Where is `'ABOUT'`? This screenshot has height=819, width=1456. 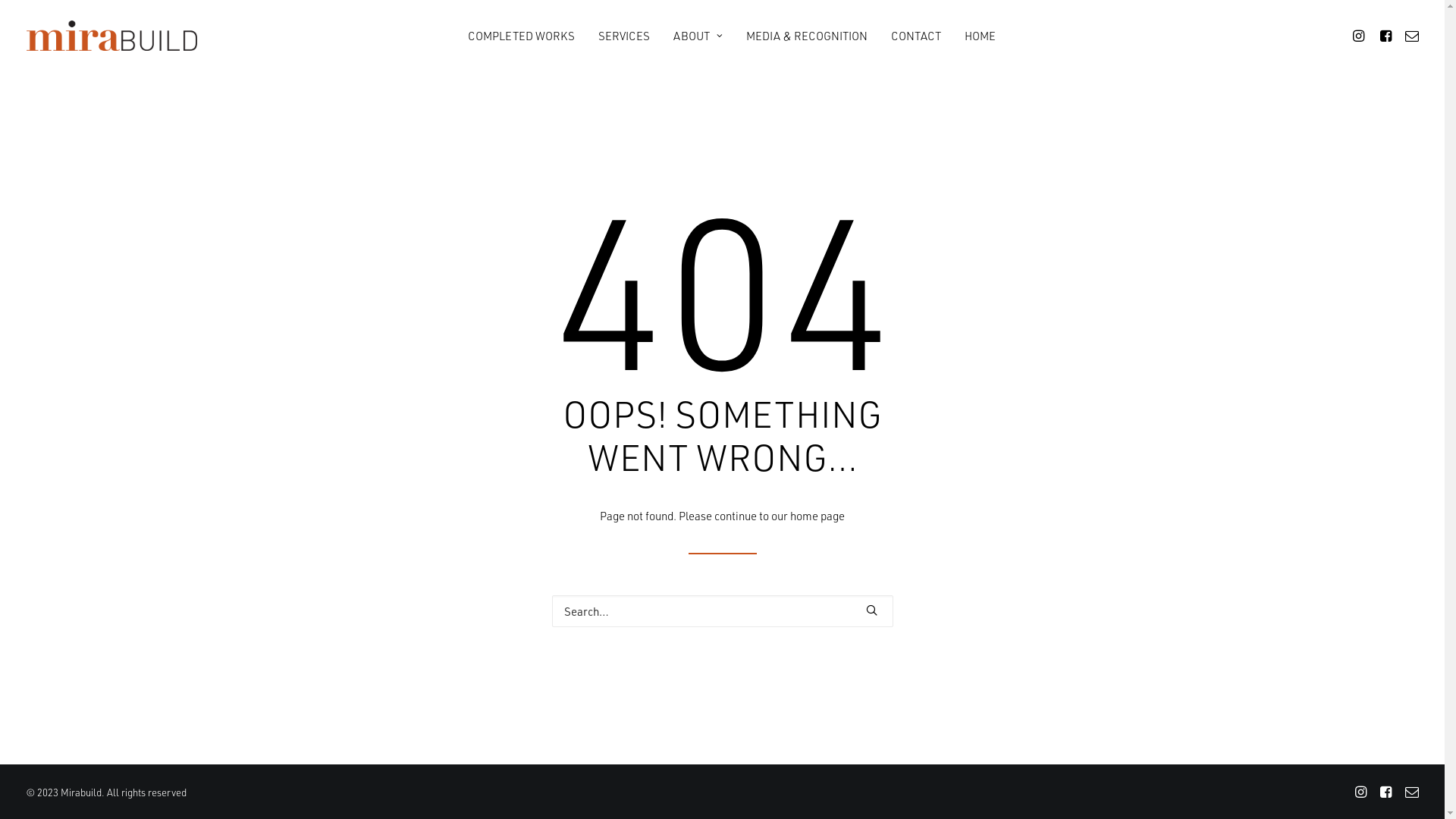
'ABOUT' is located at coordinates (697, 34).